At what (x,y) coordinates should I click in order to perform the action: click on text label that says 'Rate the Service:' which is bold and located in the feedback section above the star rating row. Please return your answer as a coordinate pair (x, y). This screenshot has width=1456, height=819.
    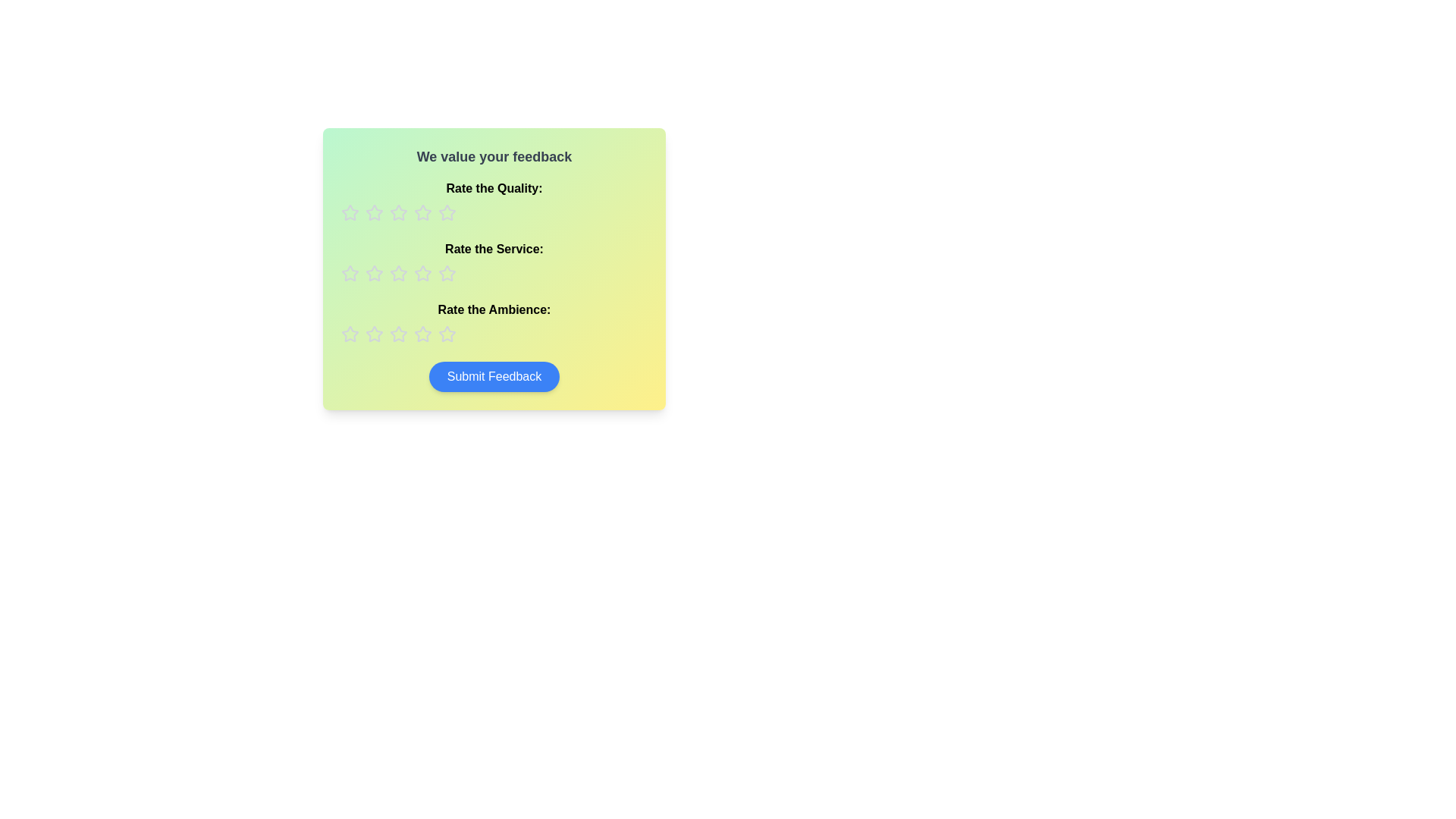
    Looking at the image, I should click on (494, 260).